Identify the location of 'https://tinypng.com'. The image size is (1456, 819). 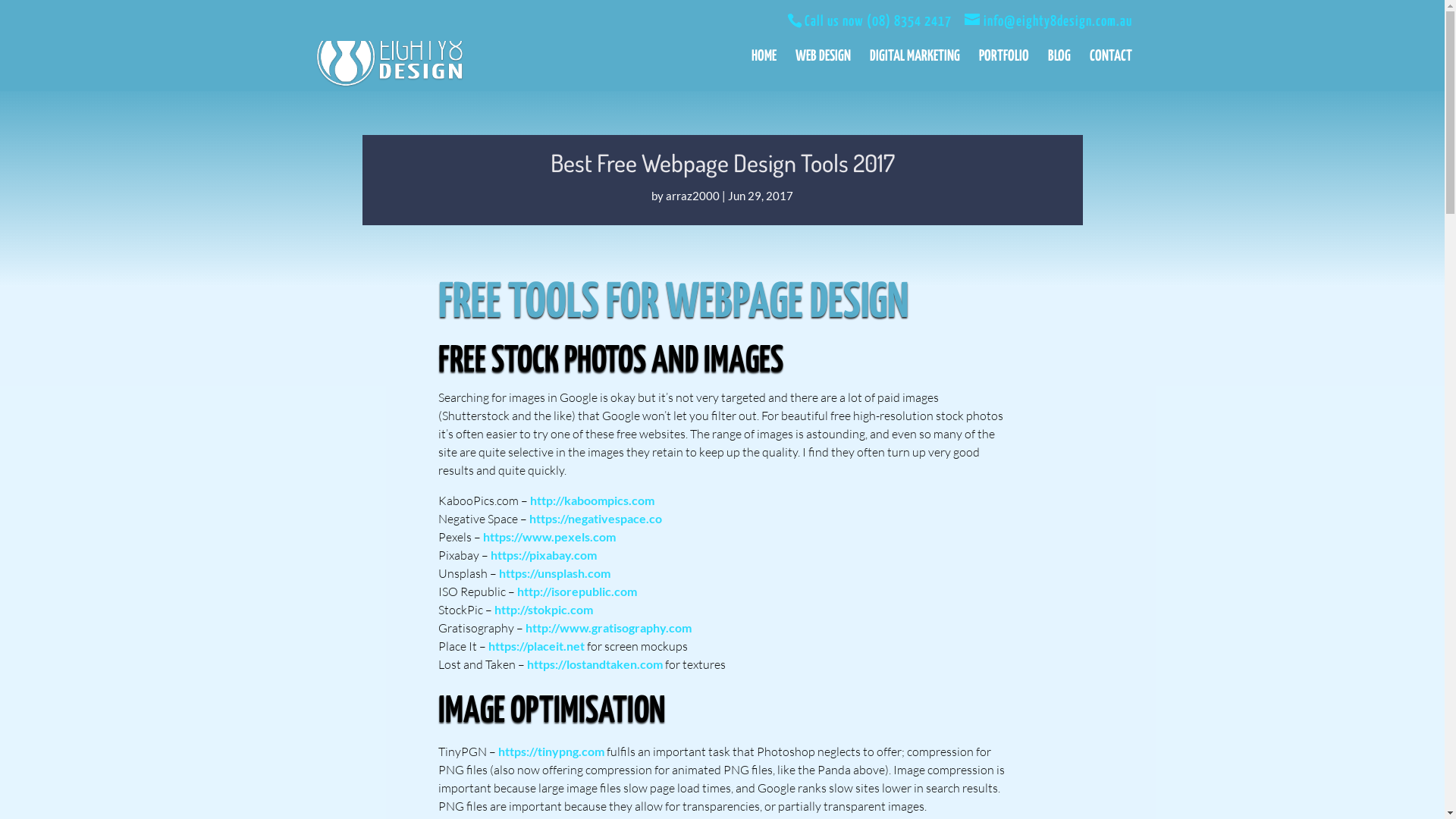
(549, 751).